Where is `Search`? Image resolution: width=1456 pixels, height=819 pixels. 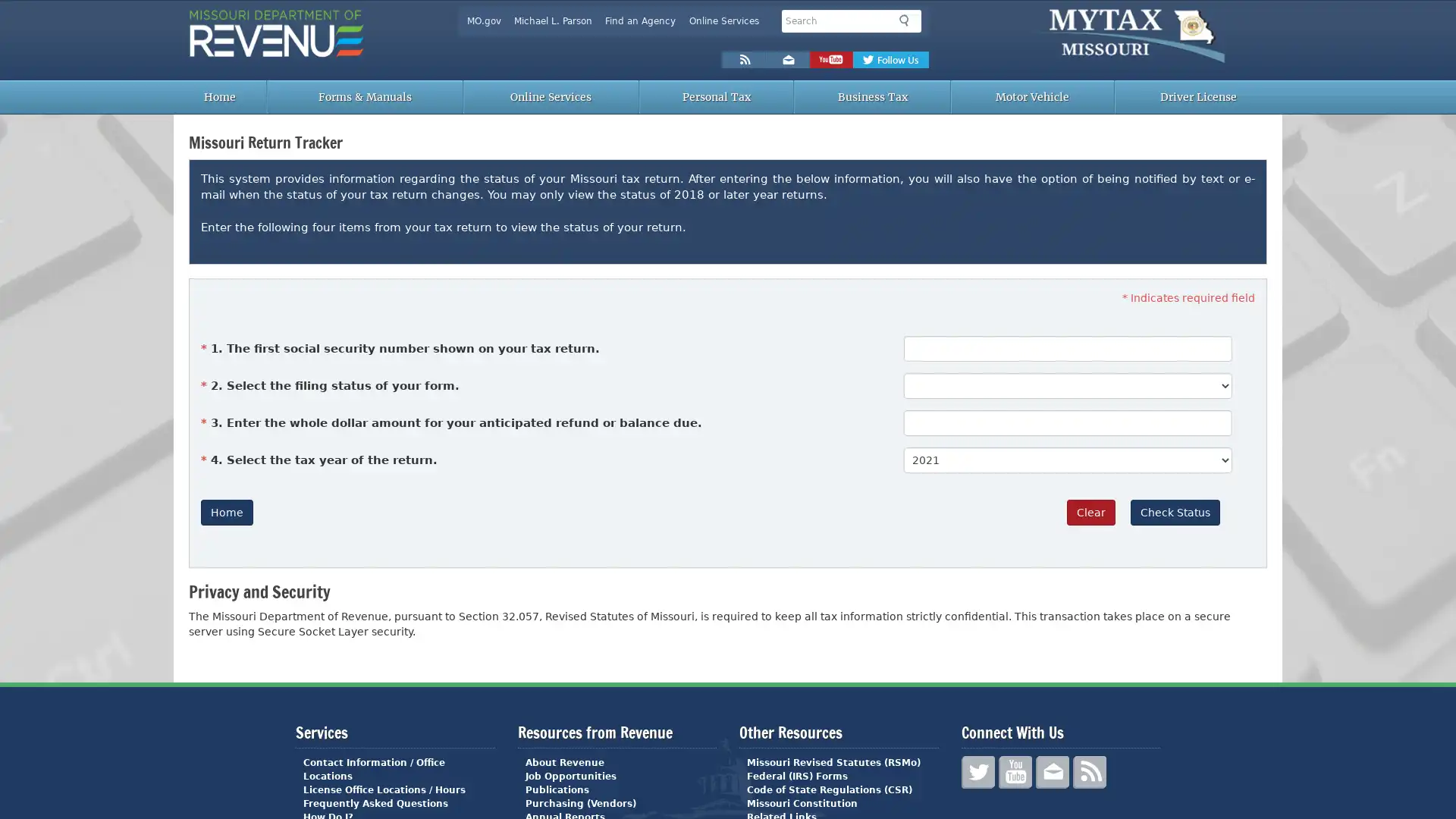
Search is located at coordinates (907, 20).